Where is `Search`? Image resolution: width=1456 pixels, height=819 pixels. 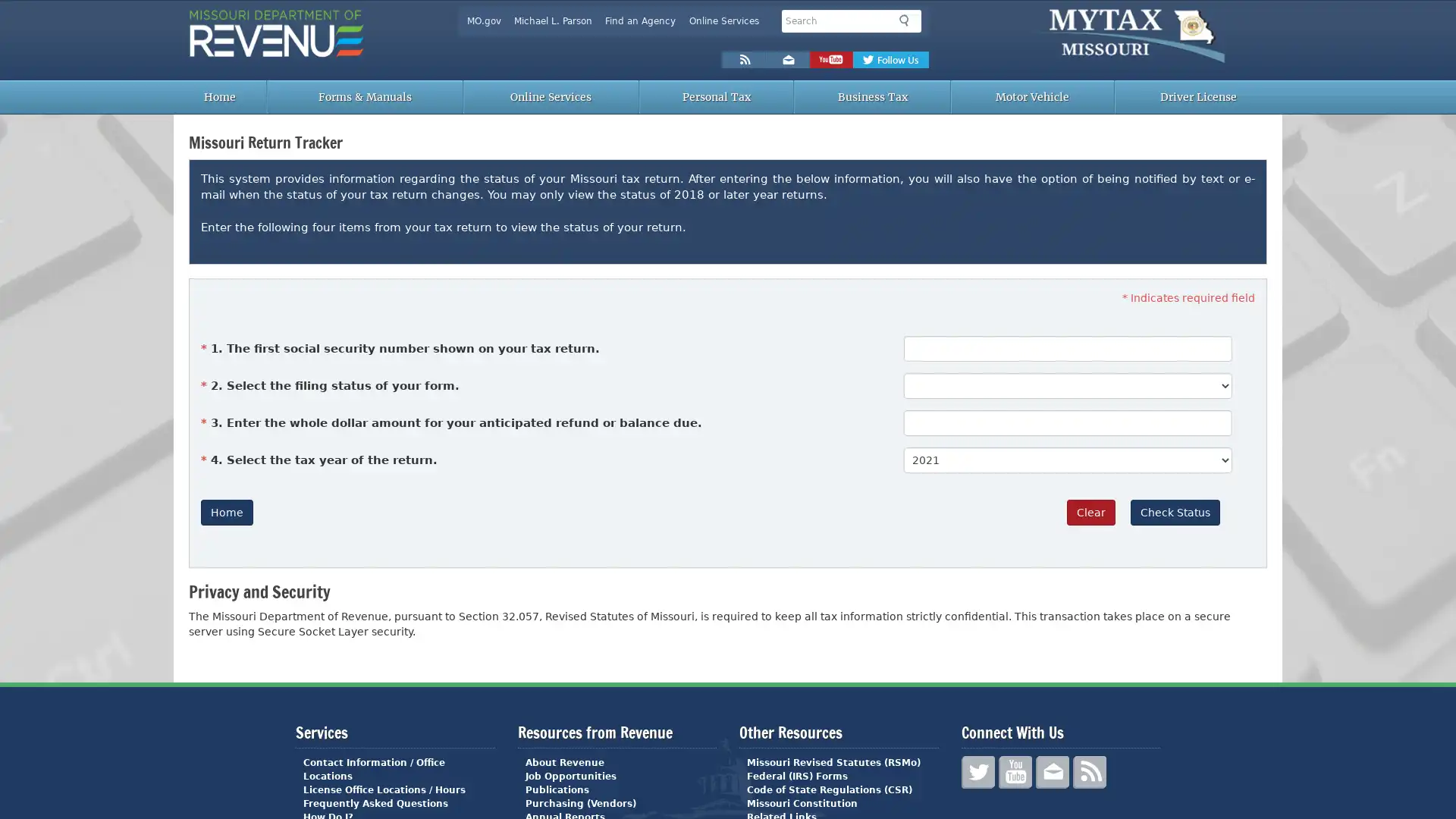
Search is located at coordinates (907, 20).